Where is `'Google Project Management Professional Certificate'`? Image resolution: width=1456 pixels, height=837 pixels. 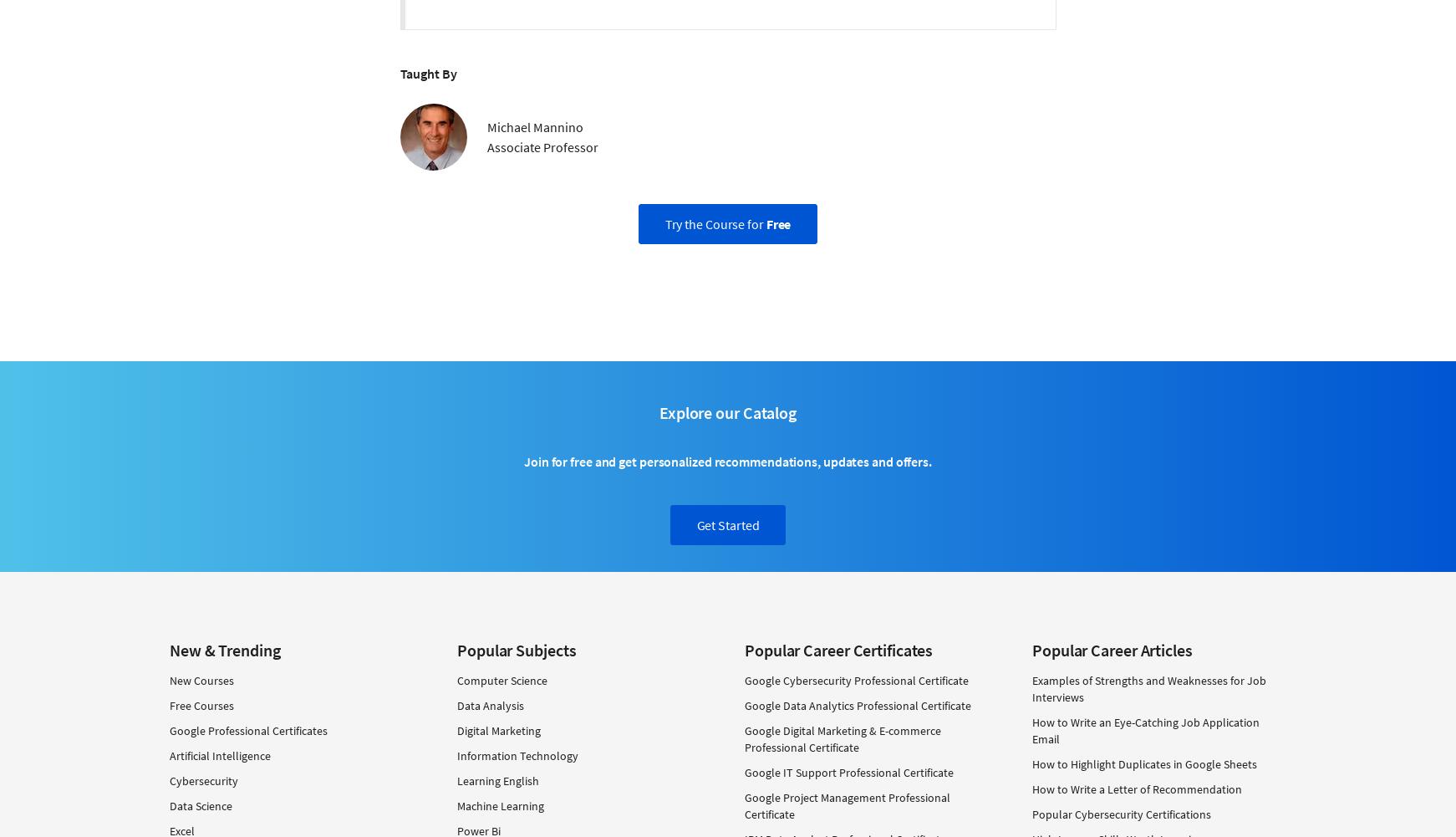 'Google Project Management Professional Certificate' is located at coordinates (847, 804).